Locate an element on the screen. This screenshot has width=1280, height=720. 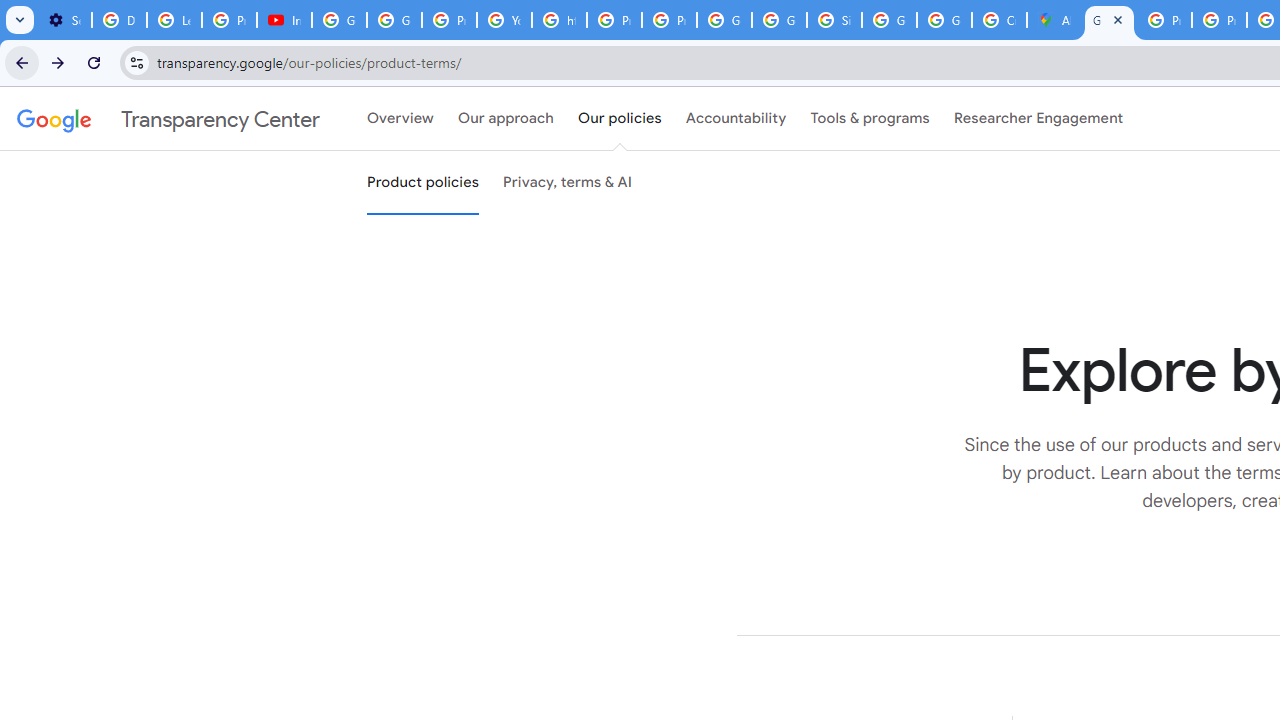
'Learn how to find your photos - Google Photos Help' is located at coordinates (174, 20).